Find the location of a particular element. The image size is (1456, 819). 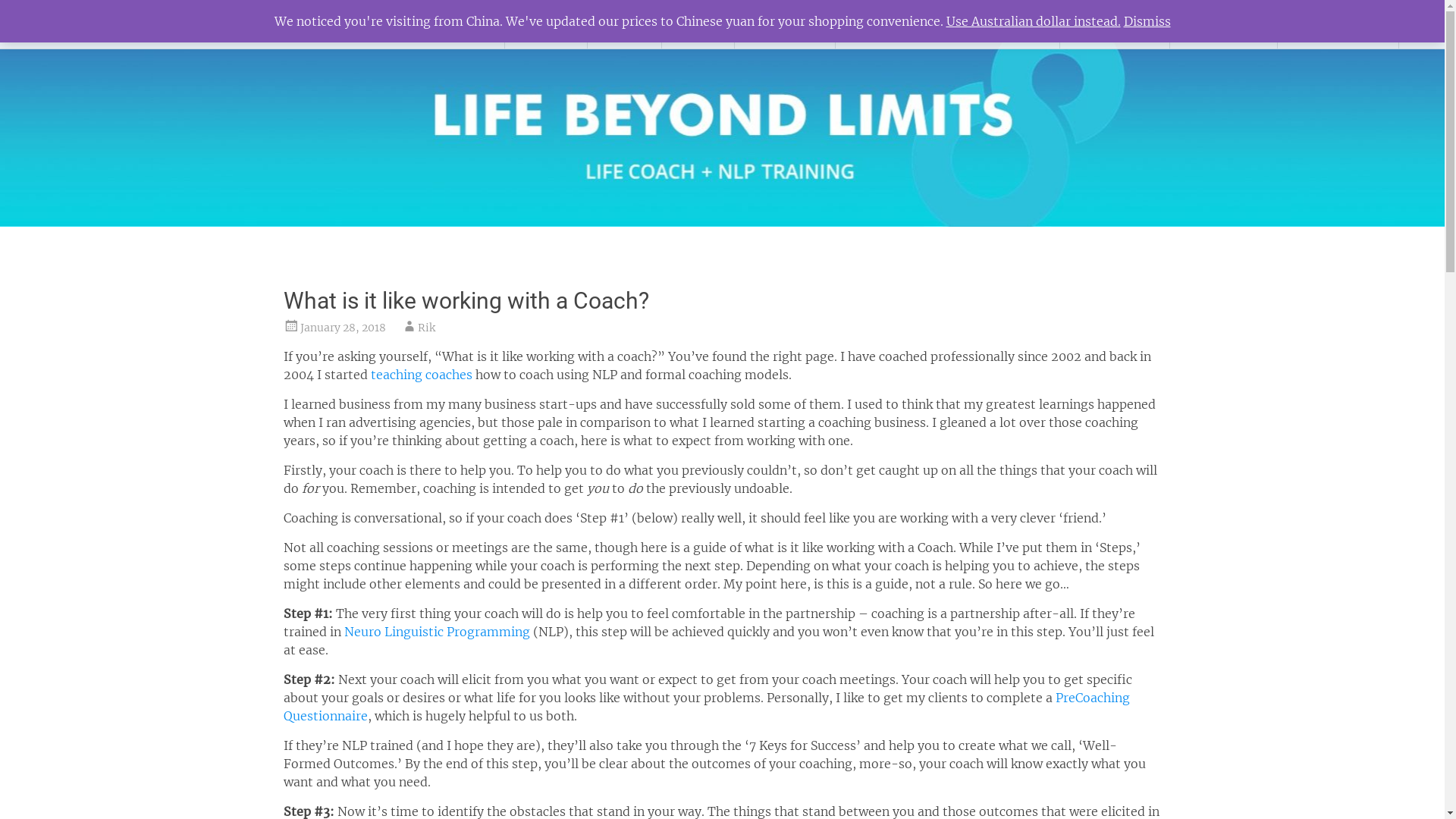

'CONTACT US' is located at coordinates (1338, 24).